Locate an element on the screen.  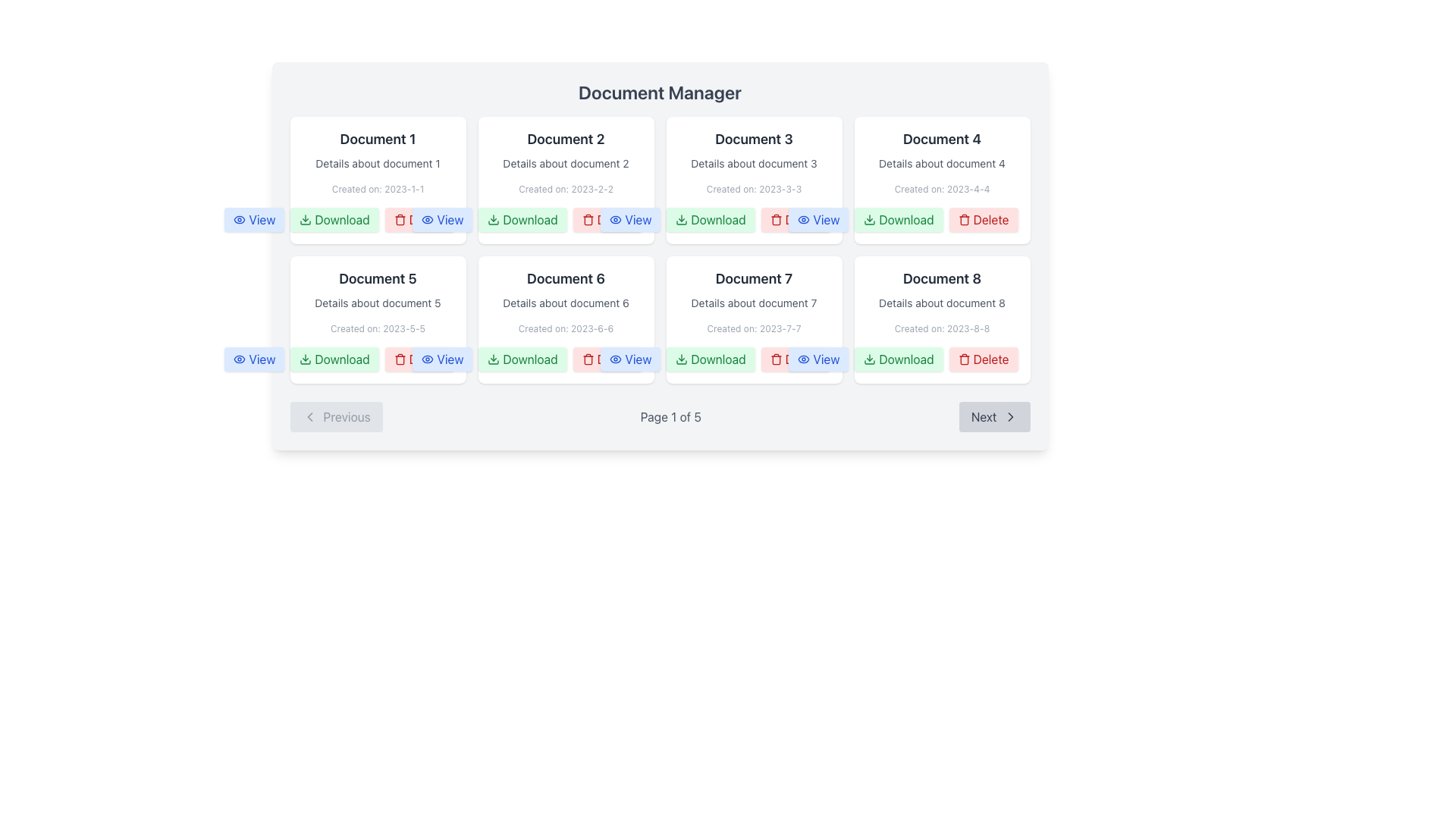
the 'Download' icon within the button in the Document Manager section, which serves as a visual cue for the download action is located at coordinates (305, 219).